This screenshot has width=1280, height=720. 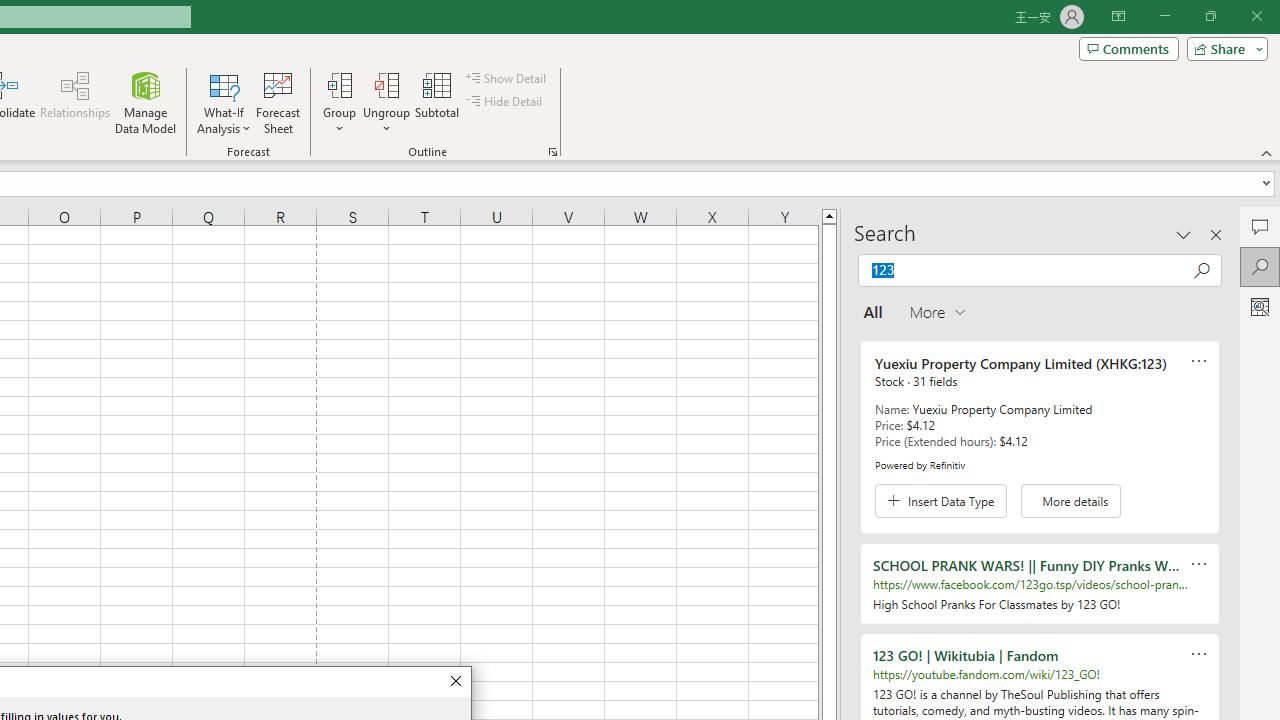 What do you see at coordinates (507, 77) in the screenshot?
I see `'Show Detail'` at bounding box center [507, 77].